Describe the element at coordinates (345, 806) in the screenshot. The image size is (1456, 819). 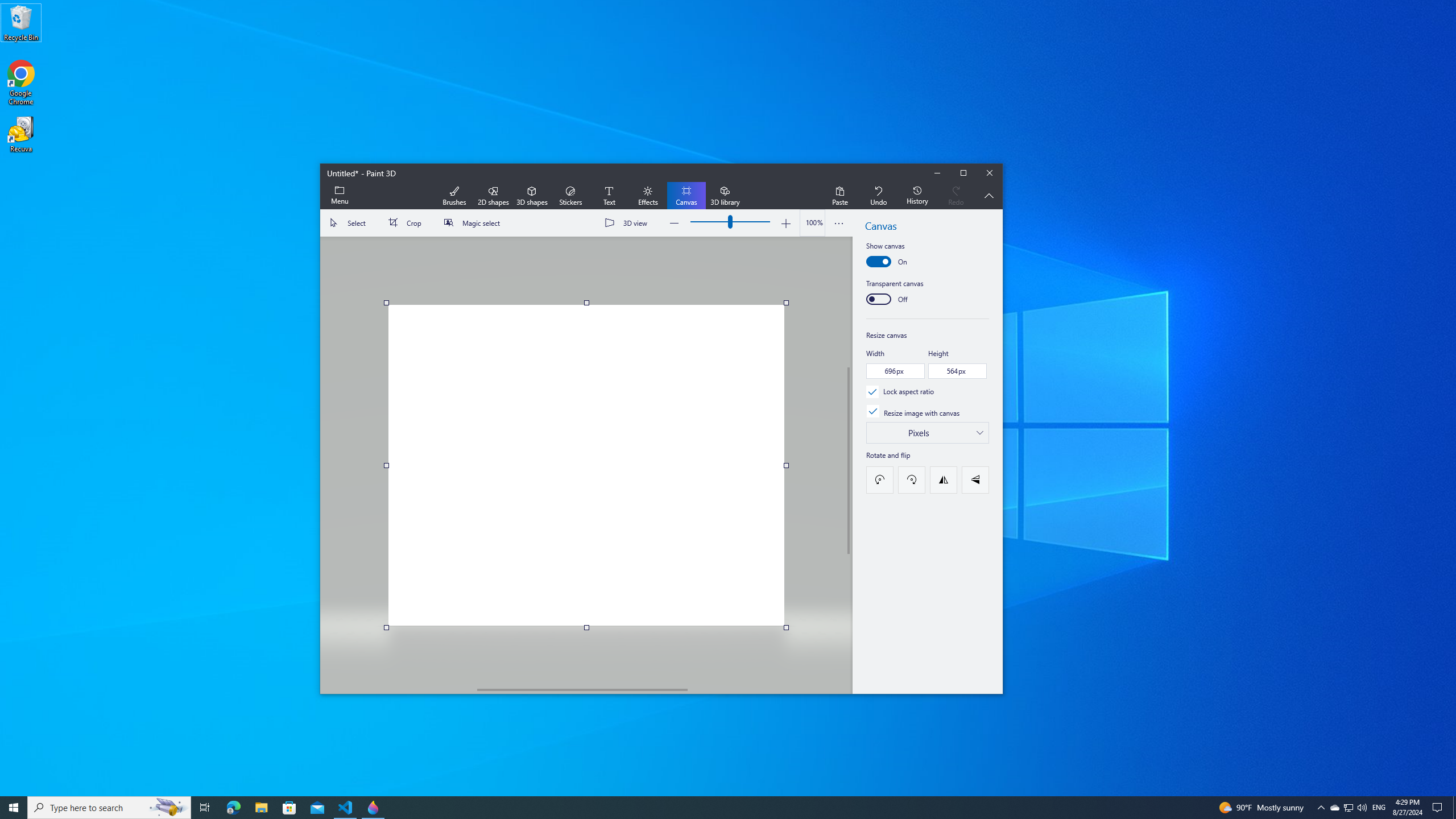
I see `'Visual Studio Code - 1 running window'` at that location.